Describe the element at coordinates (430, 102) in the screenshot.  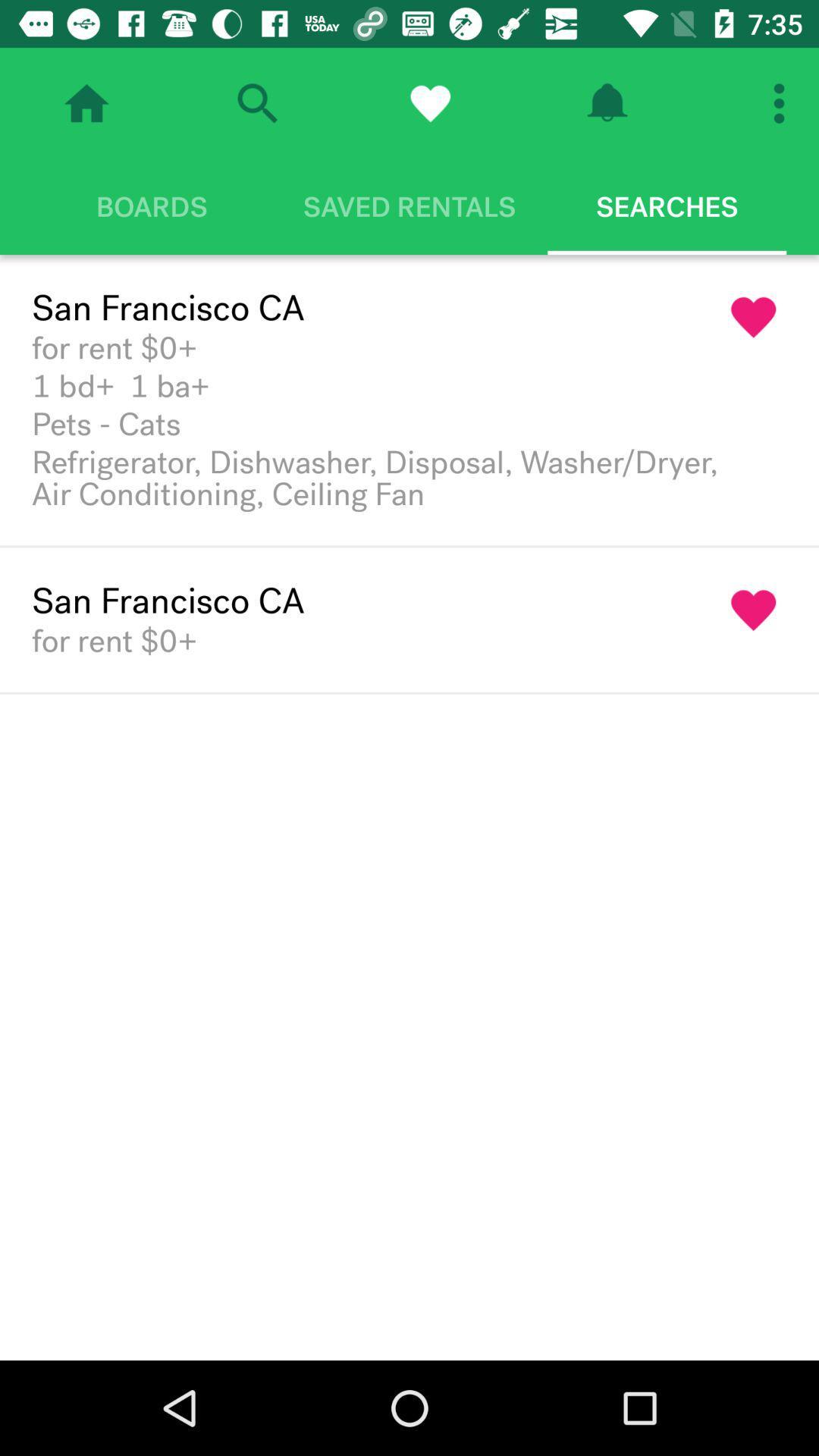
I see `favorites` at that location.